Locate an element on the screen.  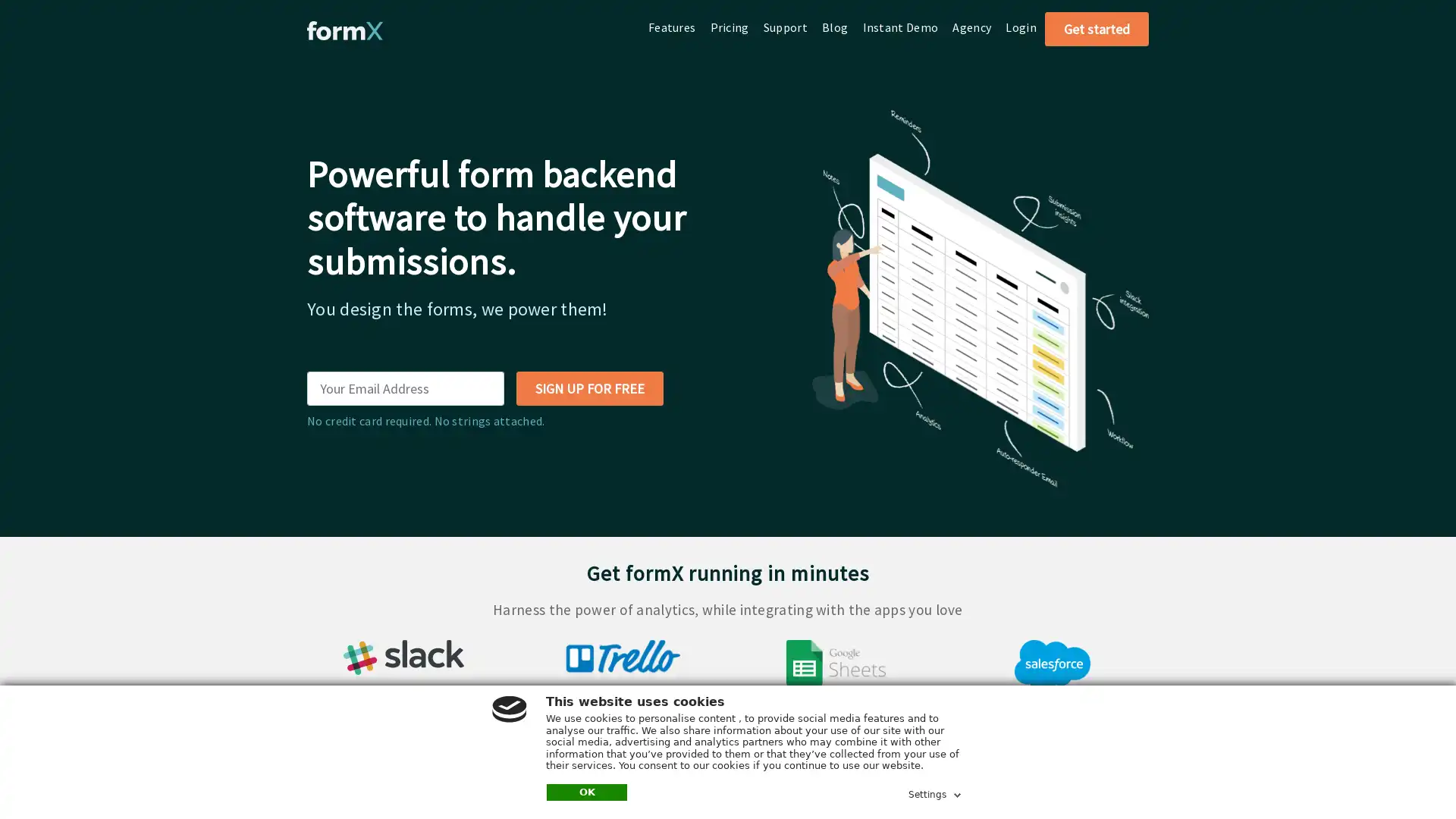
Get started is located at coordinates (1097, 29).